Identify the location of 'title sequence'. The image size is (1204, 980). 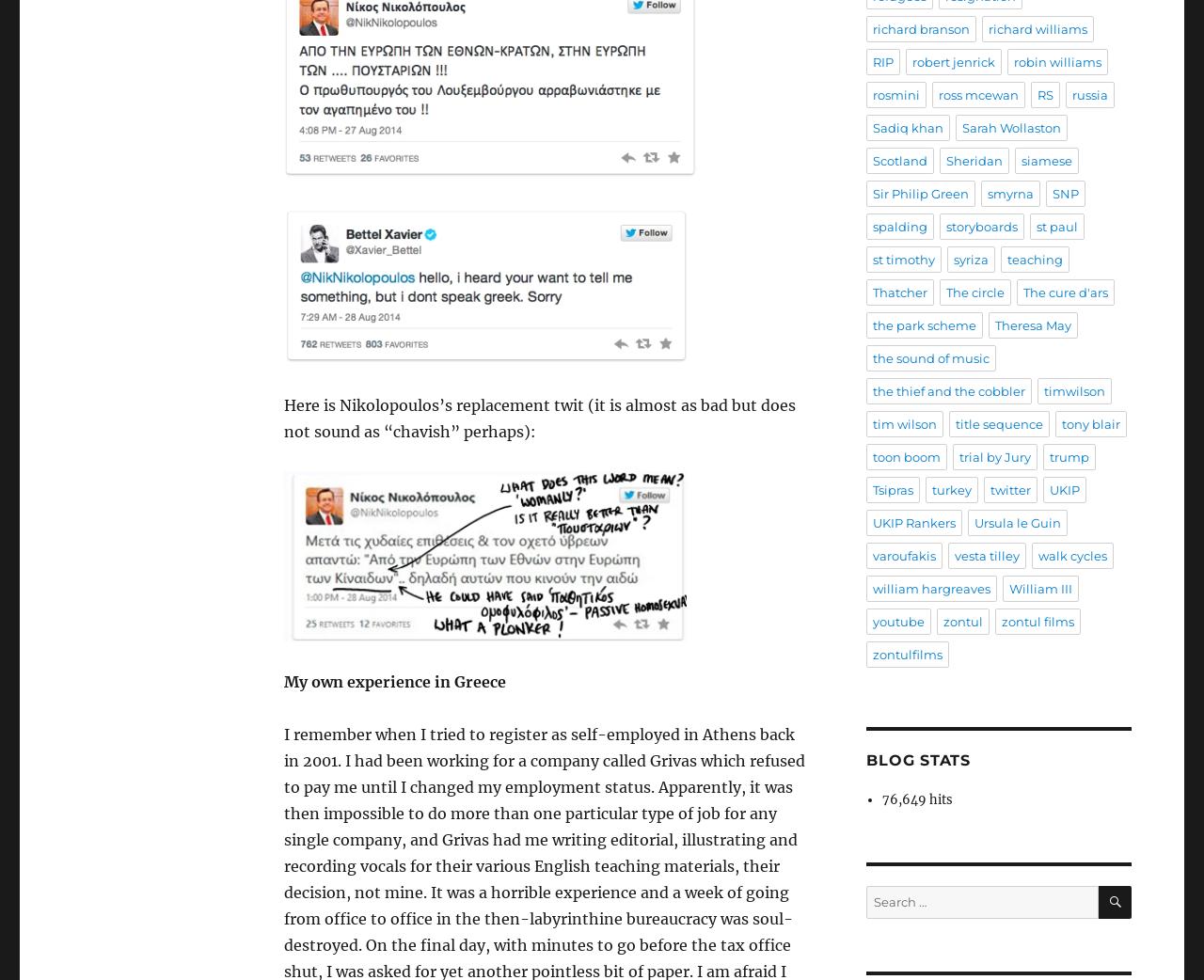
(998, 423).